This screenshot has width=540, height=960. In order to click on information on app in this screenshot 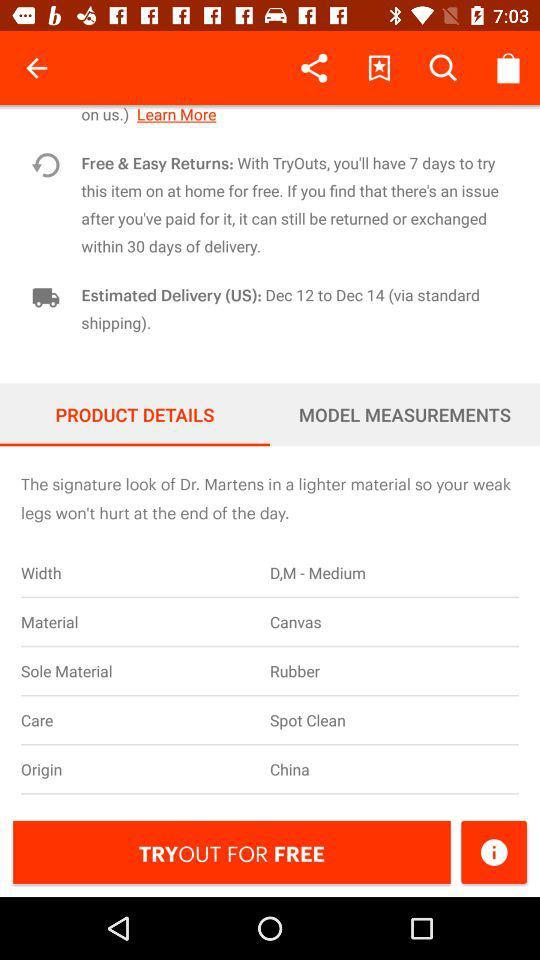, I will do `click(493, 851)`.